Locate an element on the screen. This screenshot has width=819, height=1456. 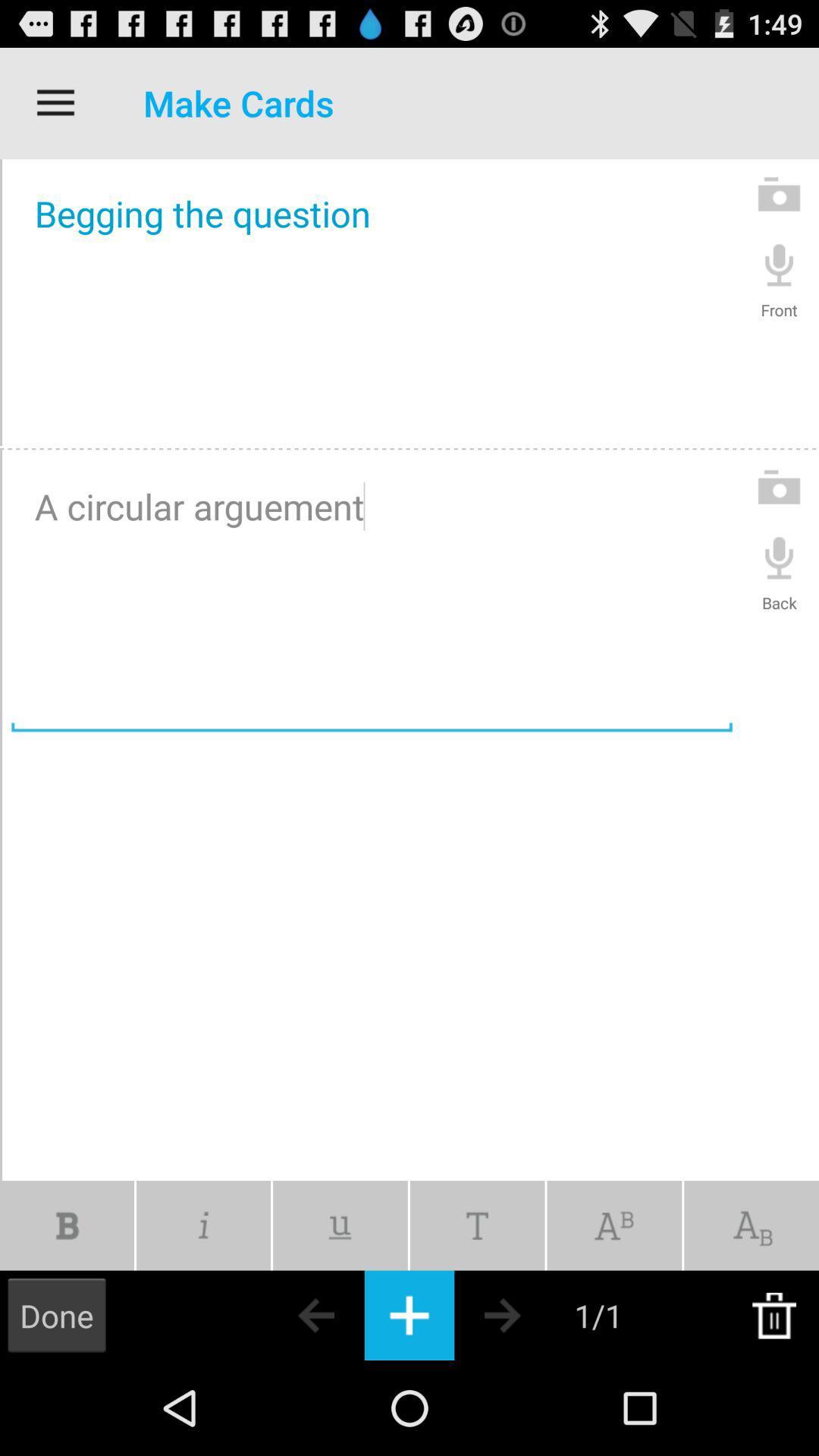
done item is located at coordinates (55, 1314).